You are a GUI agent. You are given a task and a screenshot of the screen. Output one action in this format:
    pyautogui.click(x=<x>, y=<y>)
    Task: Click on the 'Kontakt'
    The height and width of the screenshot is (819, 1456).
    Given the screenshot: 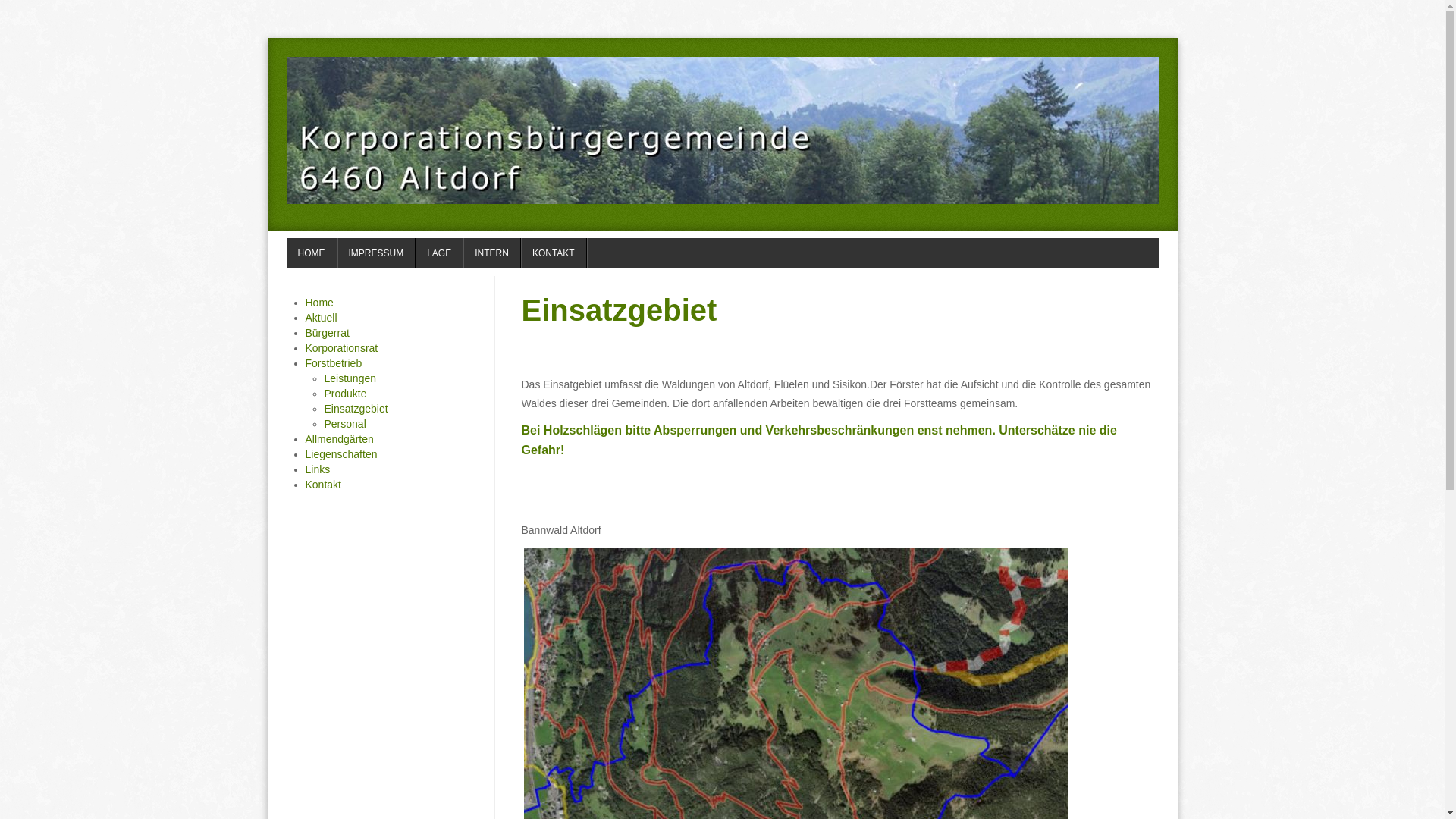 What is the action you would take?
    pyautogui.click(x=322, y=485)
    